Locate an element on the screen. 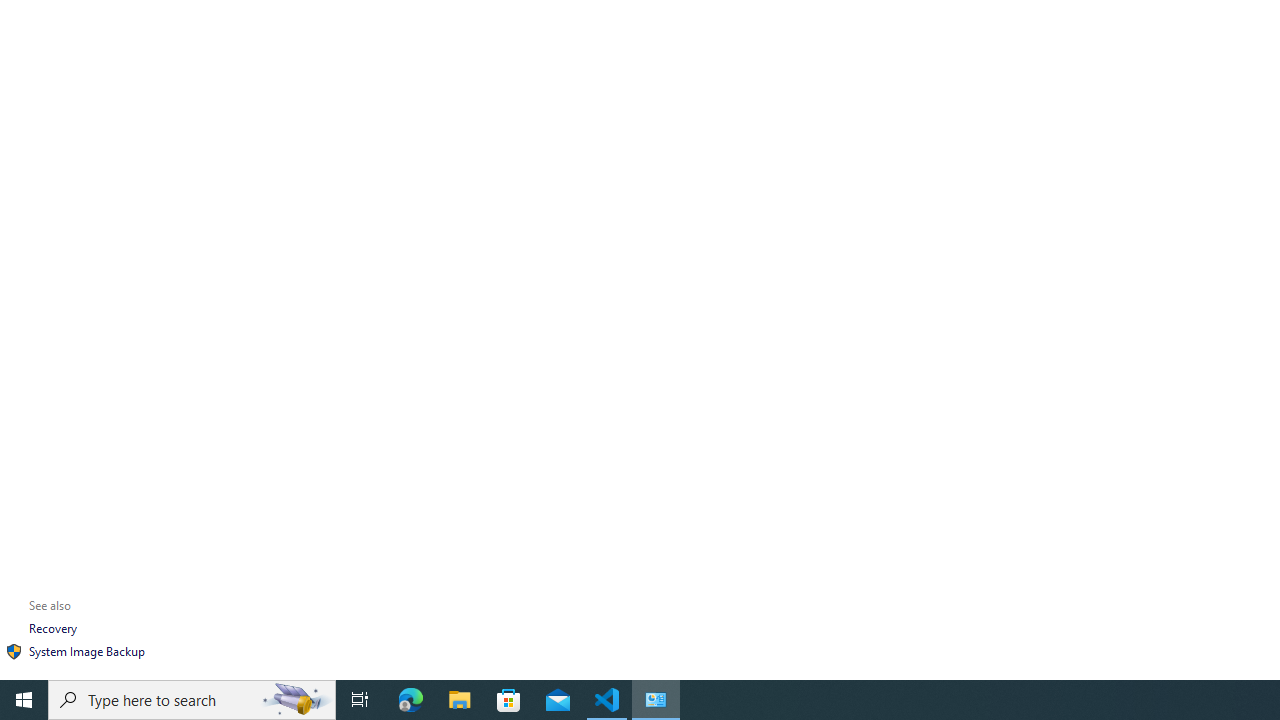  'Icon' is located at coordinates (14, 651).